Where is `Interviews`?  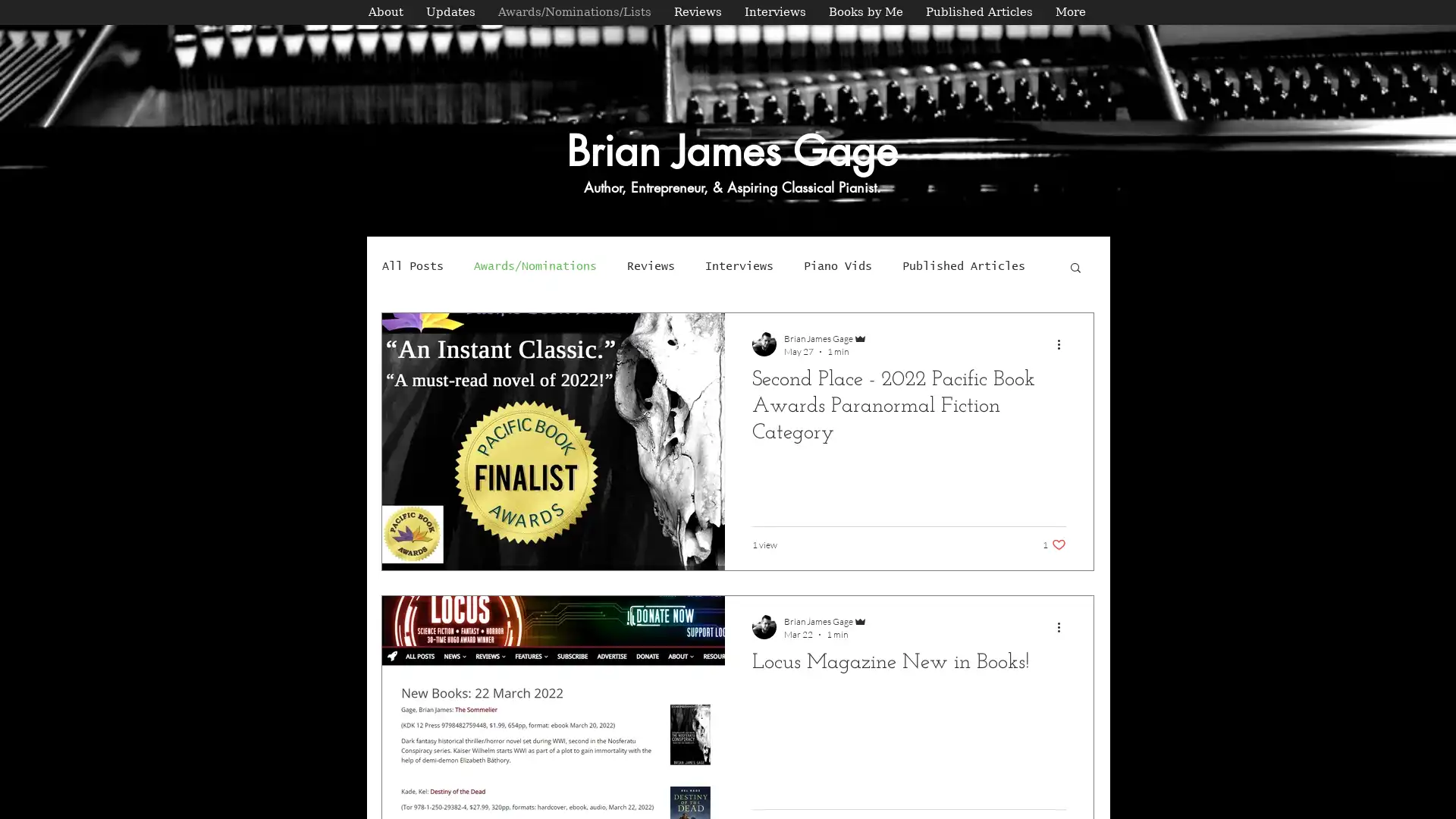 Interviews is located at coordinates (739, 265).